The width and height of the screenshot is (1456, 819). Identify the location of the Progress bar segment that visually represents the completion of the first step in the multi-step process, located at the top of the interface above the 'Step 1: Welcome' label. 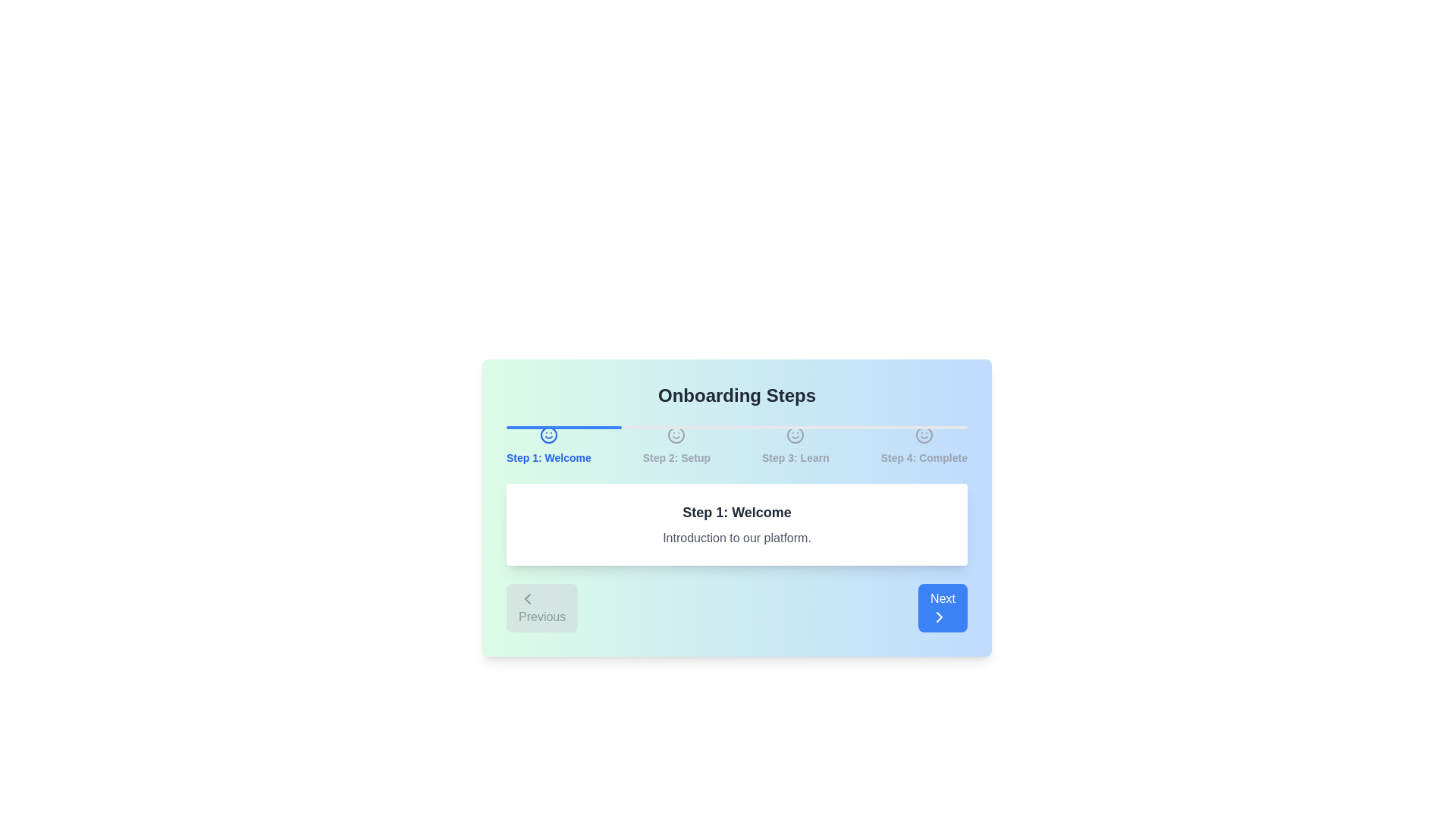
(563, 427).